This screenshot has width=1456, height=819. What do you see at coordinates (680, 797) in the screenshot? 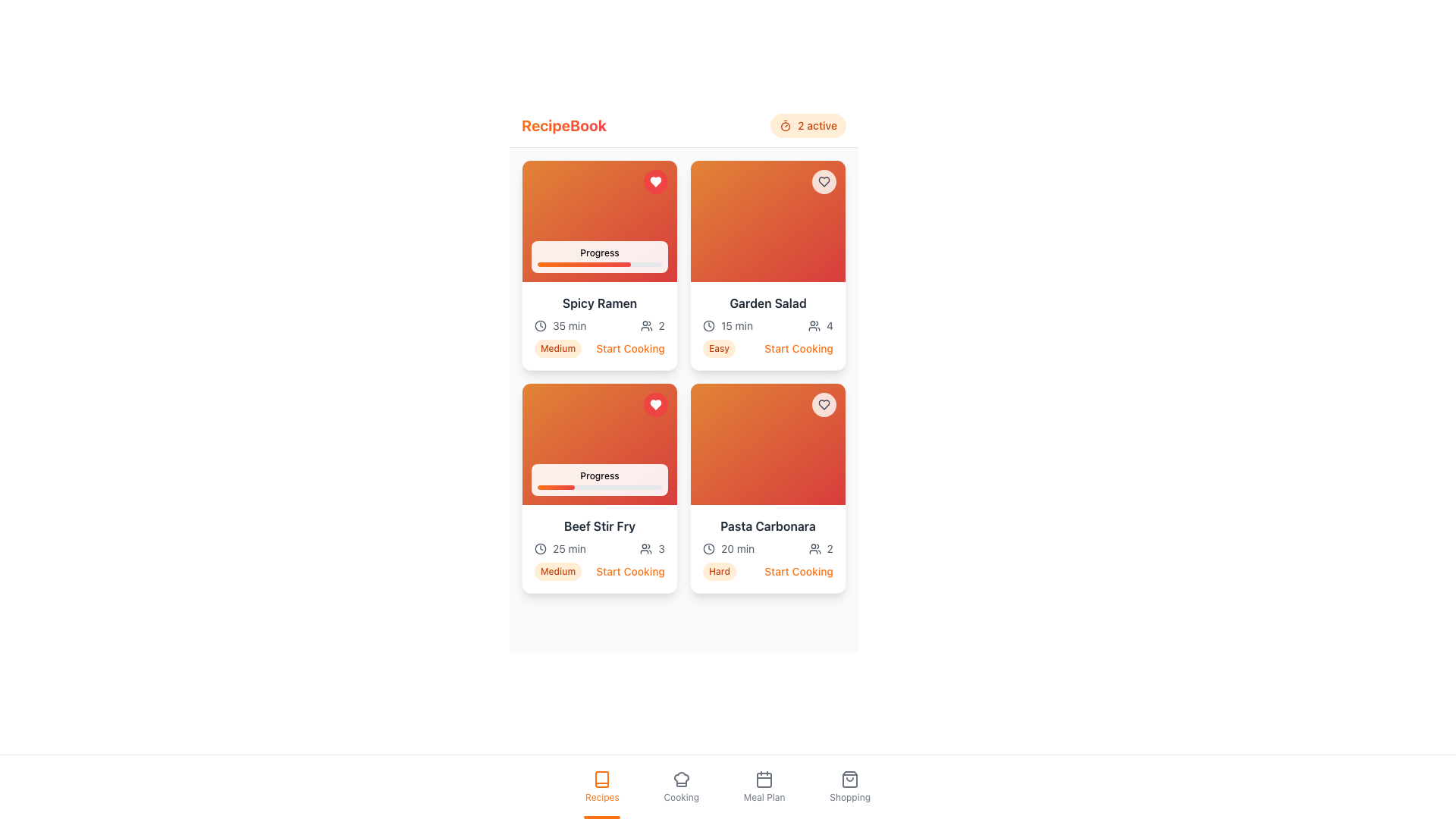
I see `label 'Cooking' which is styled in a small-sized font and positioned beneath the chef's hat icon in the bottom navigation bar, making it the third item from the left` at bounding box center [680, 797].